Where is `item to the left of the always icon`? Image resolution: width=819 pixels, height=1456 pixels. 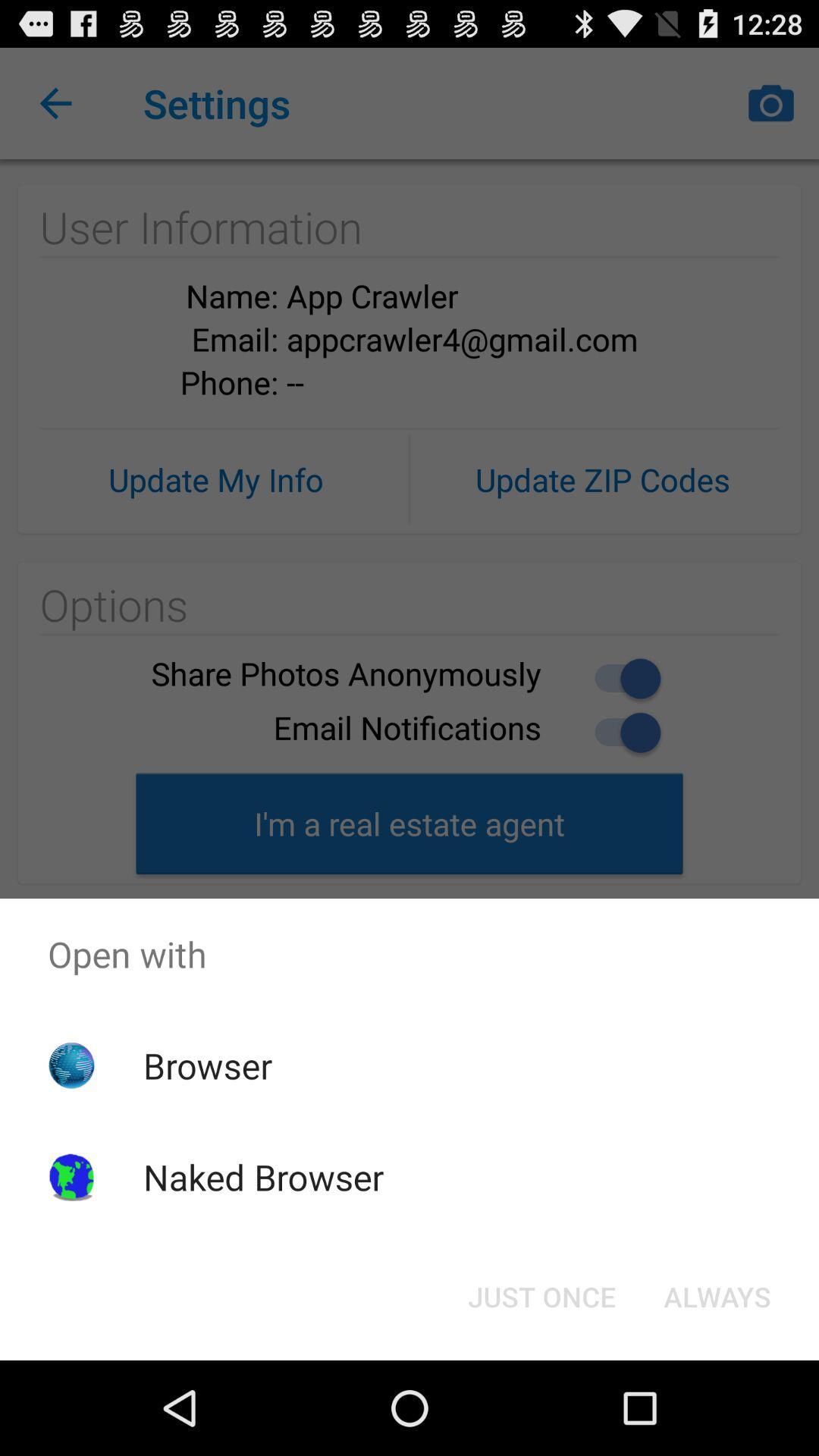 item to the left of the always icon is located at coordinates (541, 1295).